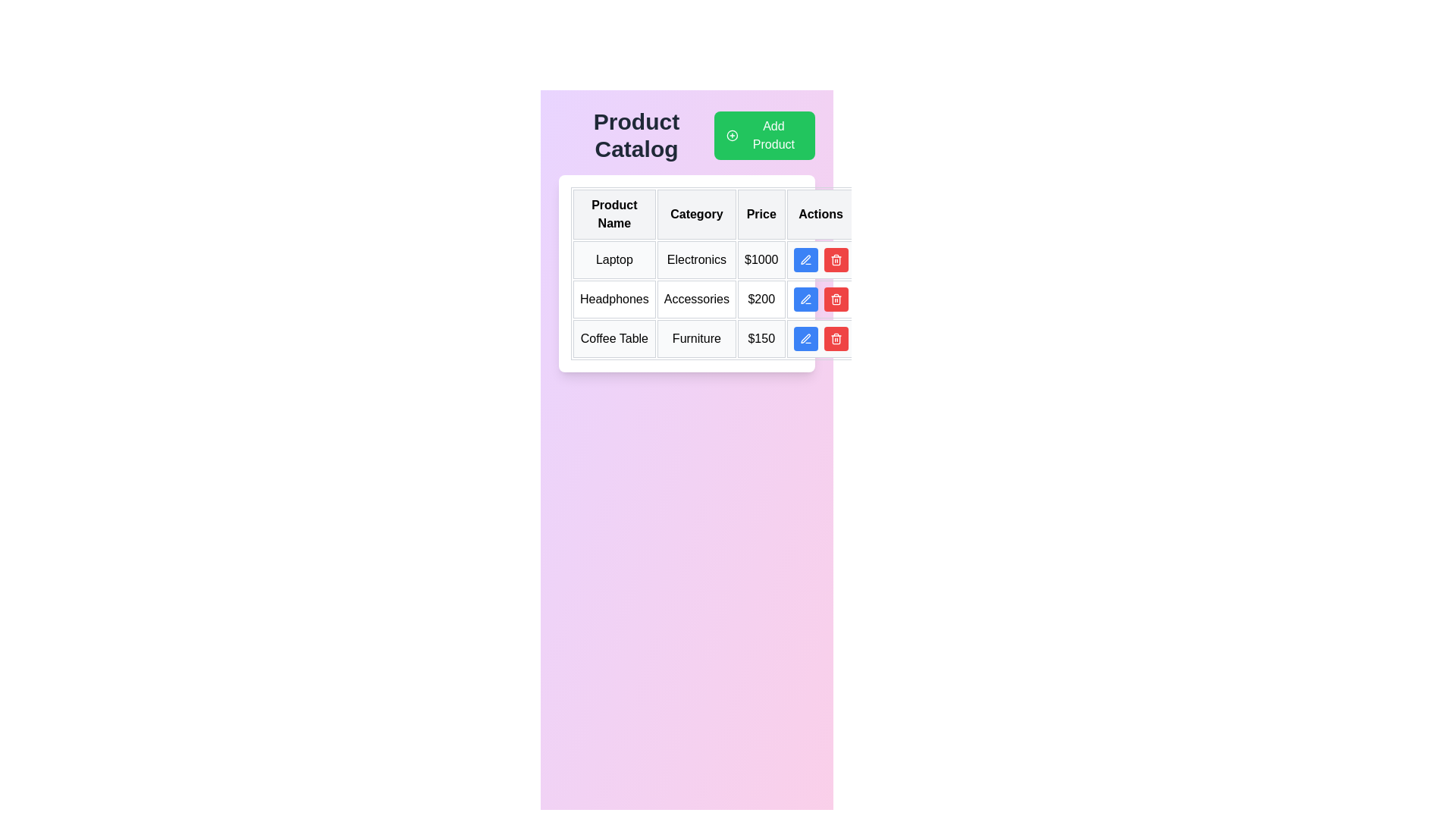 The height and width of the screenshot is (819, 1456). Describe the element at coordinates (820, 338) in the screenshot. I see `the delete button for the 'Coffee Table' row` at that location.